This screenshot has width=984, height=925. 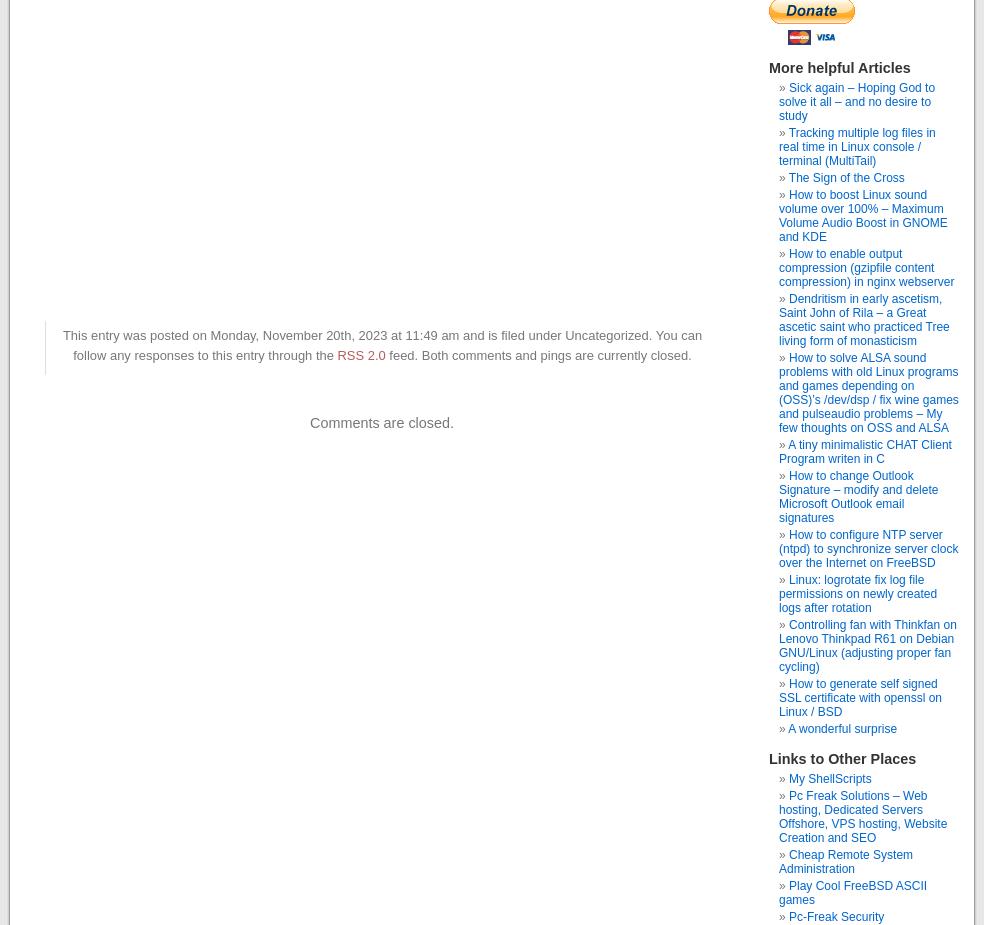 I want to click on 'How to generate self signed SSL certificate with openssl on Linux / BSD', so click(x=859, y=698).